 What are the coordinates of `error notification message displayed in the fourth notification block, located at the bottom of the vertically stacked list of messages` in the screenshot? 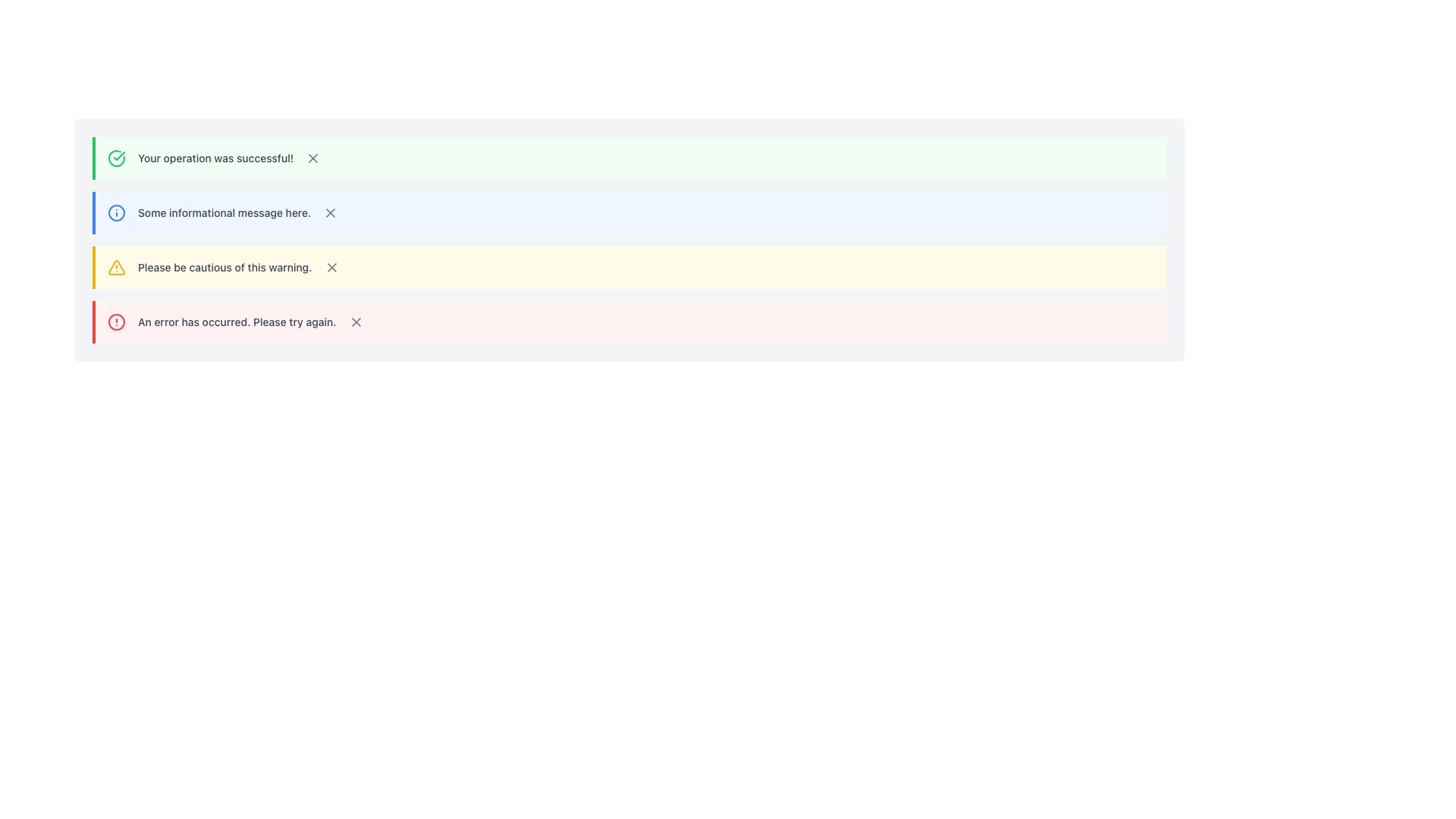 It's located at (629, 321).